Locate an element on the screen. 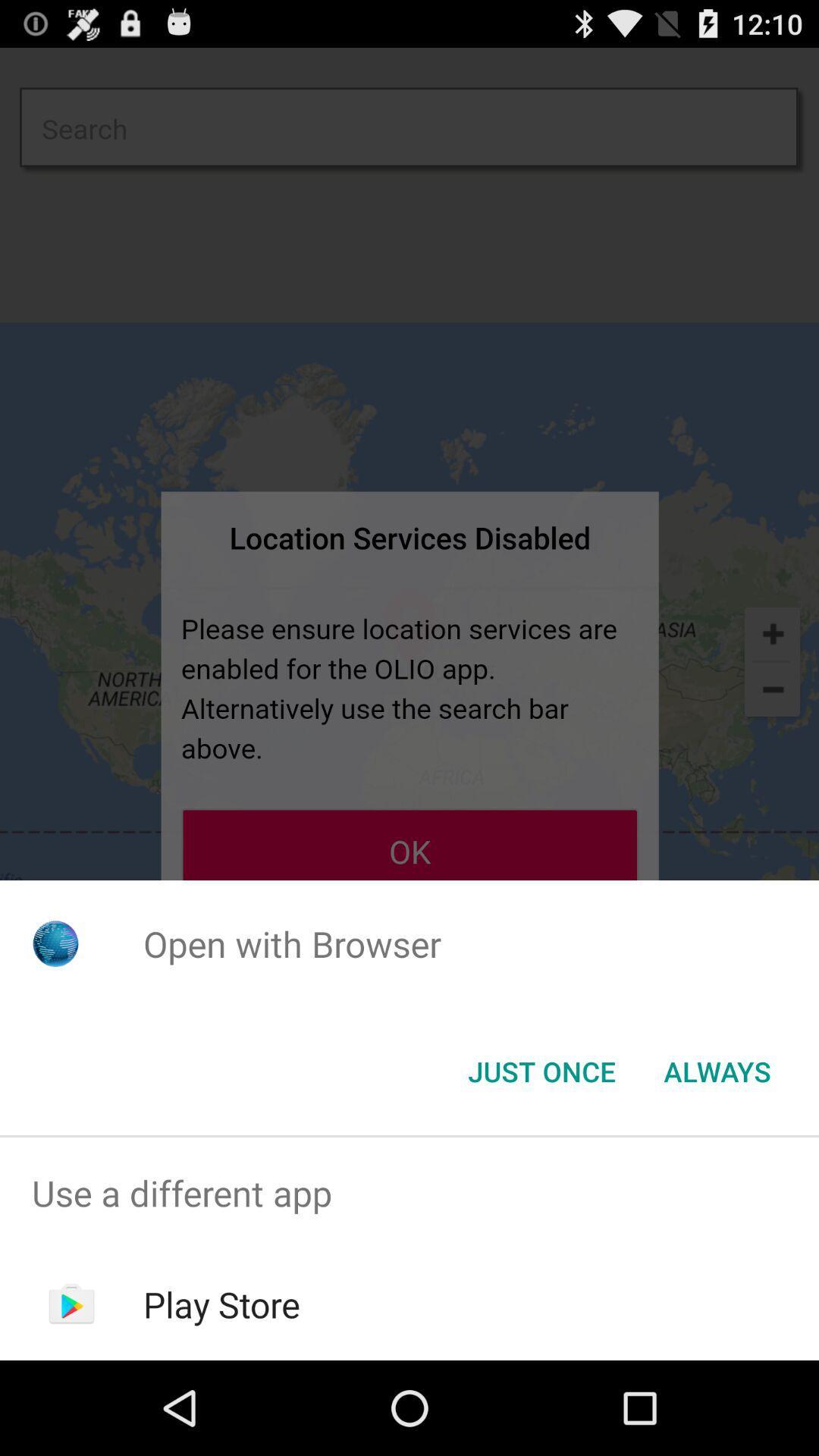 Image resolution: width=819 pixels, height=1456 pixels. icon next to always icon is located at coordinates (541, 1070).